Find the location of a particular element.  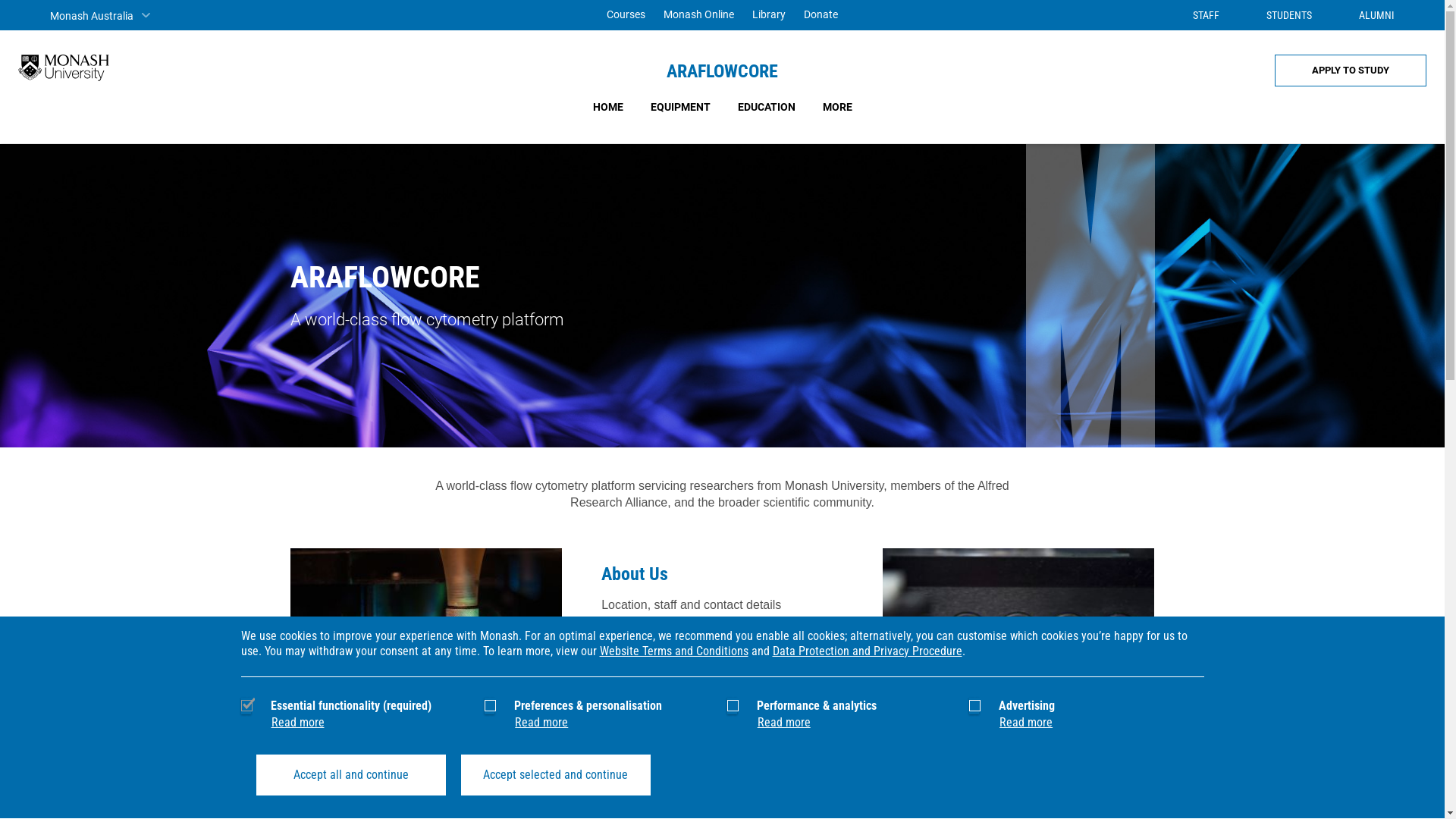

'Library' is located at coordinates (768, 14).